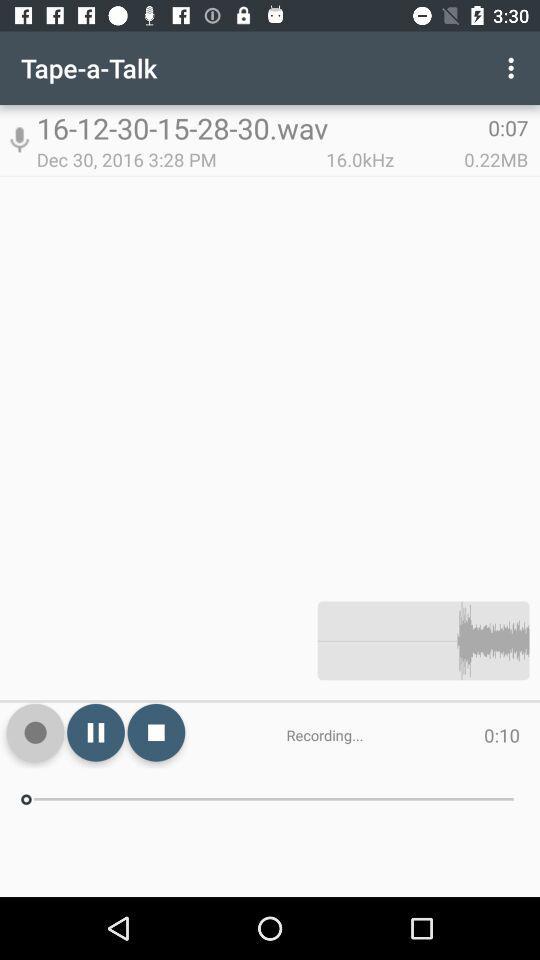 The image size is (540, 960). I want to click on the mike icon, so click(18, 139).